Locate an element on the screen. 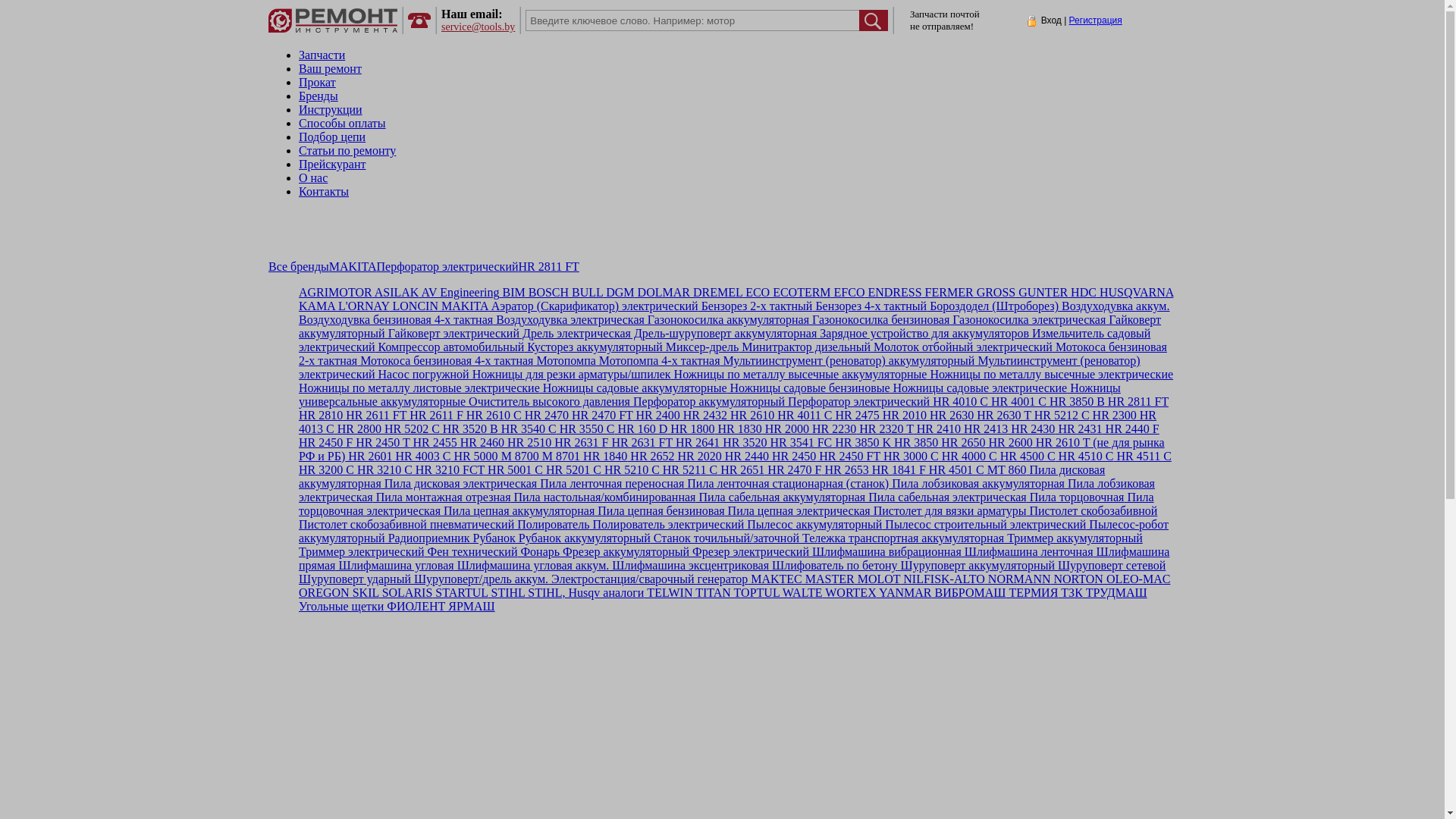 This screenshot has height=819, width=1456. 'KAMA' is located at coordinates (298, 306).